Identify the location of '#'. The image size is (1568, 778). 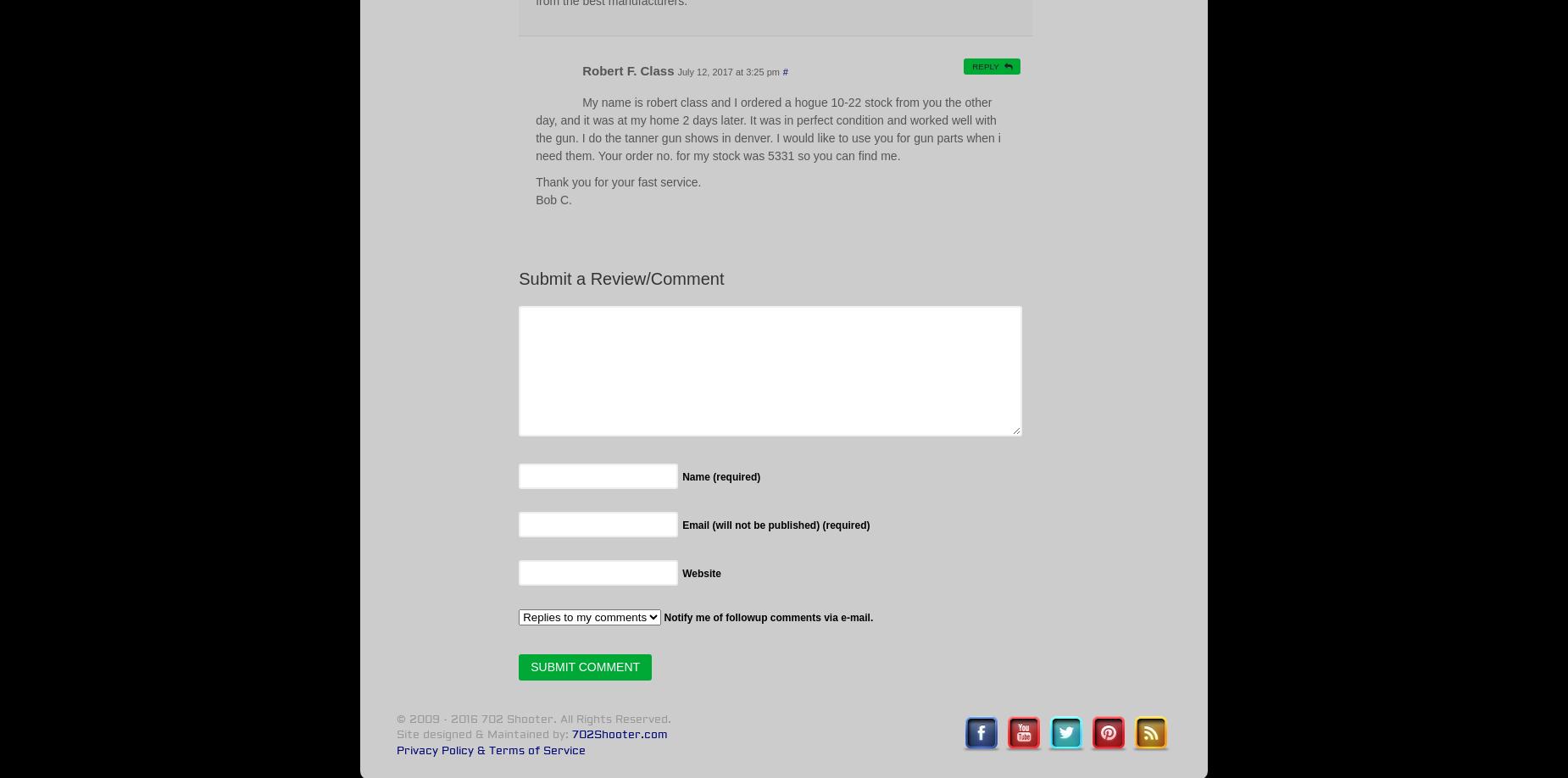
(784, 69).